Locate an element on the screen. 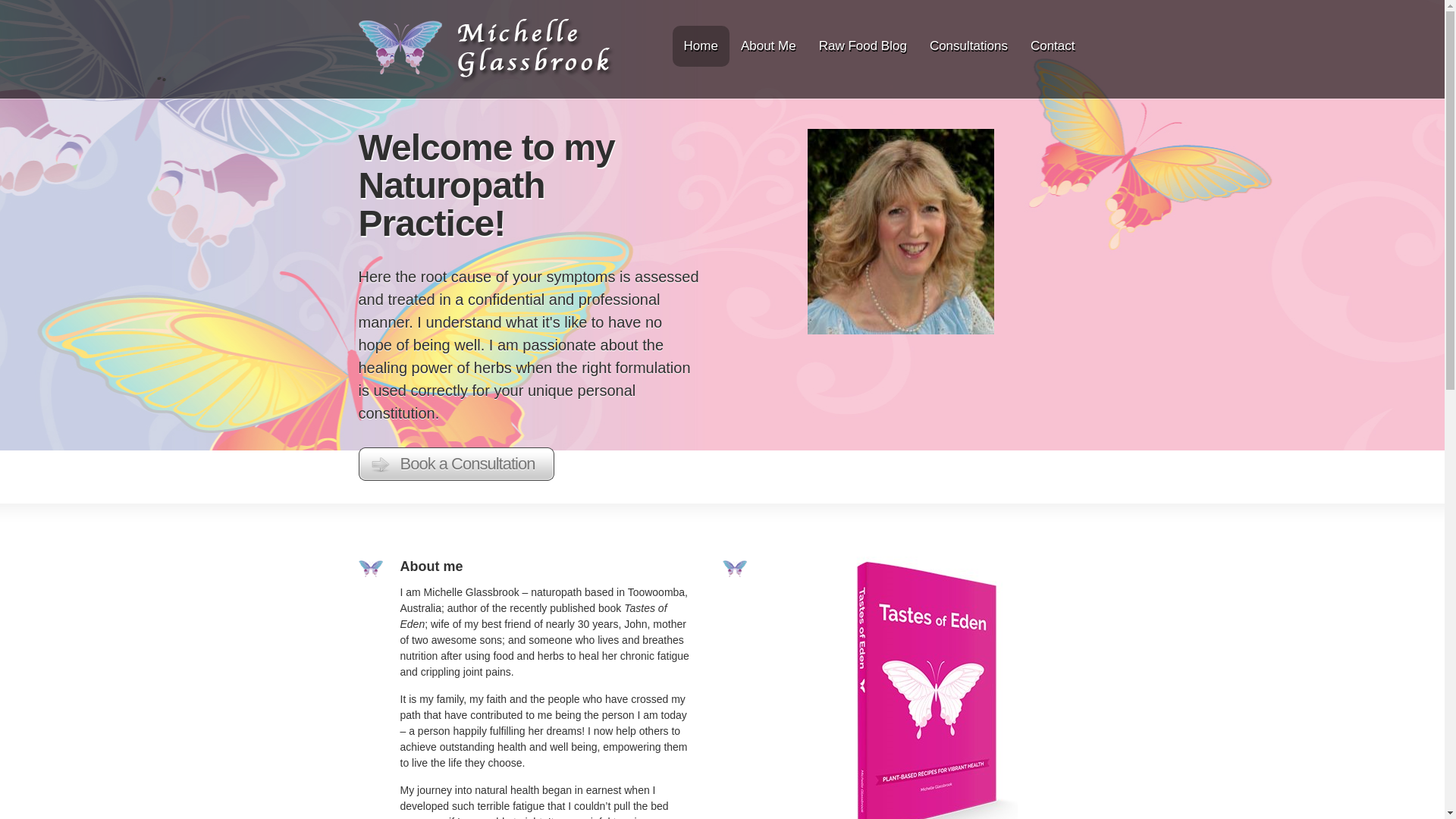  'Contact' is located at coordinates (1022, 45).